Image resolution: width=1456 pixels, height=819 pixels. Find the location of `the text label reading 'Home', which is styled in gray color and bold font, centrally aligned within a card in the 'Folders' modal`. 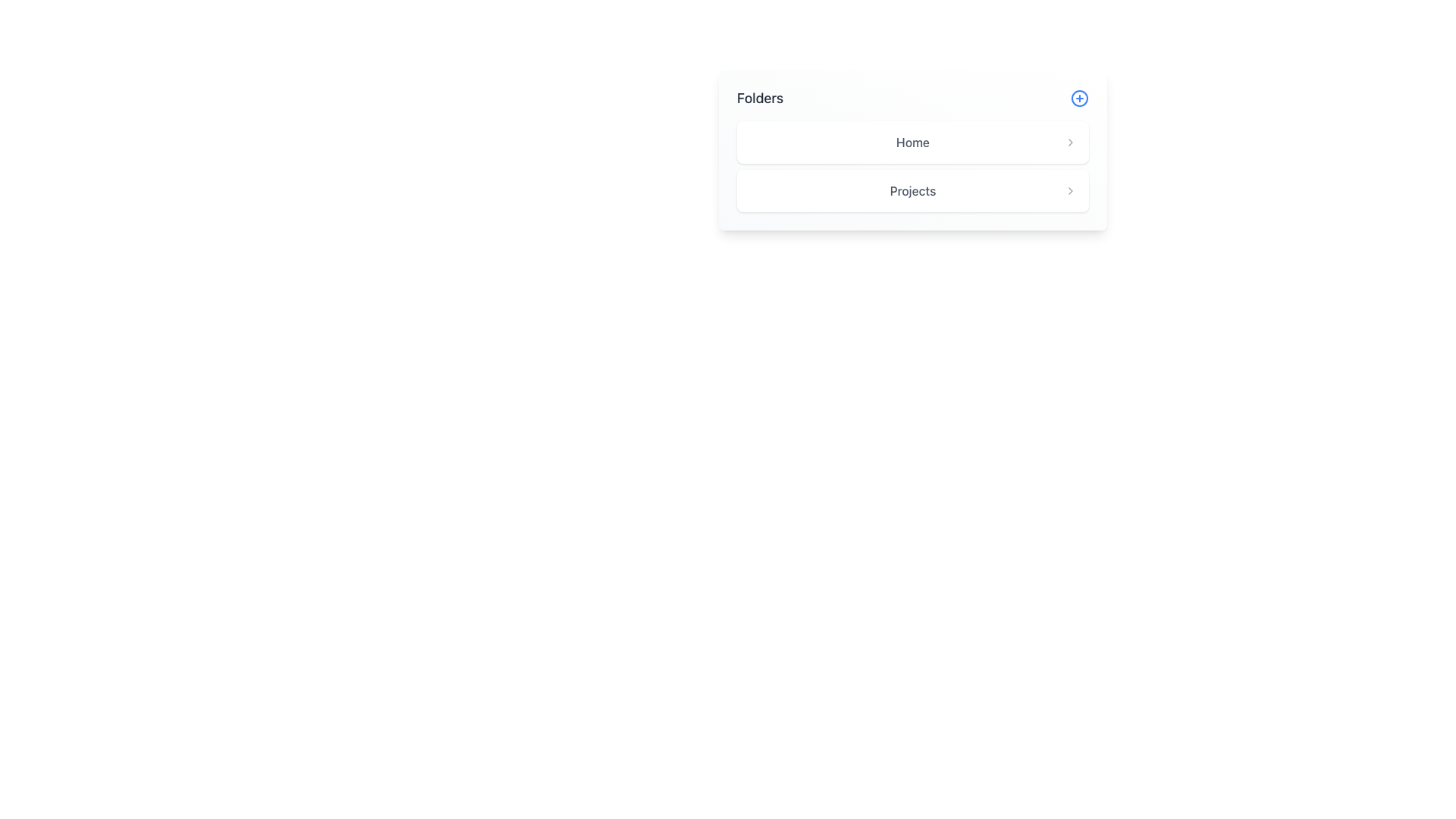

the text label reading 'Home', which is styled in gray color and bold font, centrally aligned within a card in the 'Folders' modal is located at coordinates (912, 143).